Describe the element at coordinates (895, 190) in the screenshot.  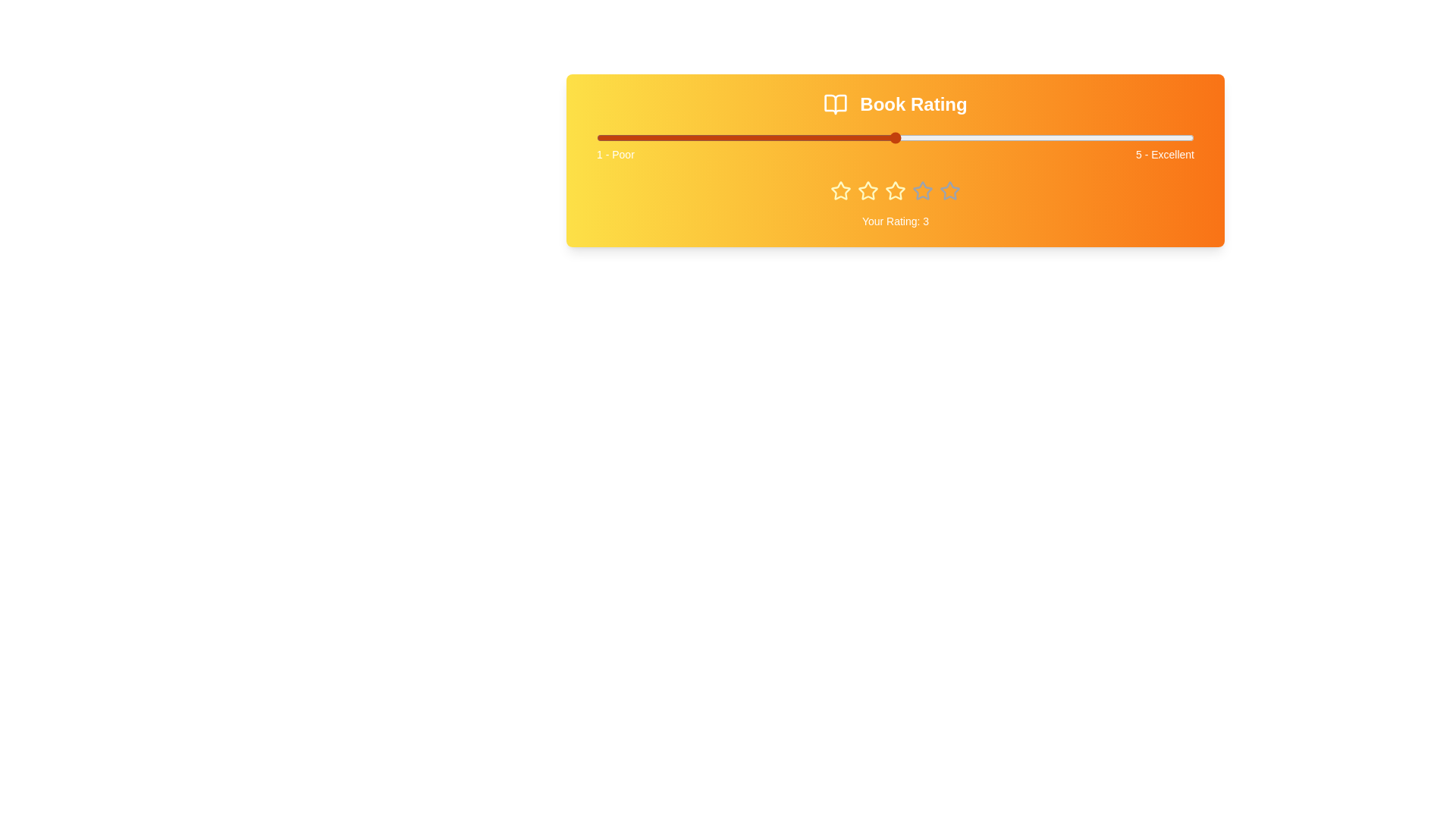
I see `the glowing yellow star icon, which is the third in a row of five` at that location.